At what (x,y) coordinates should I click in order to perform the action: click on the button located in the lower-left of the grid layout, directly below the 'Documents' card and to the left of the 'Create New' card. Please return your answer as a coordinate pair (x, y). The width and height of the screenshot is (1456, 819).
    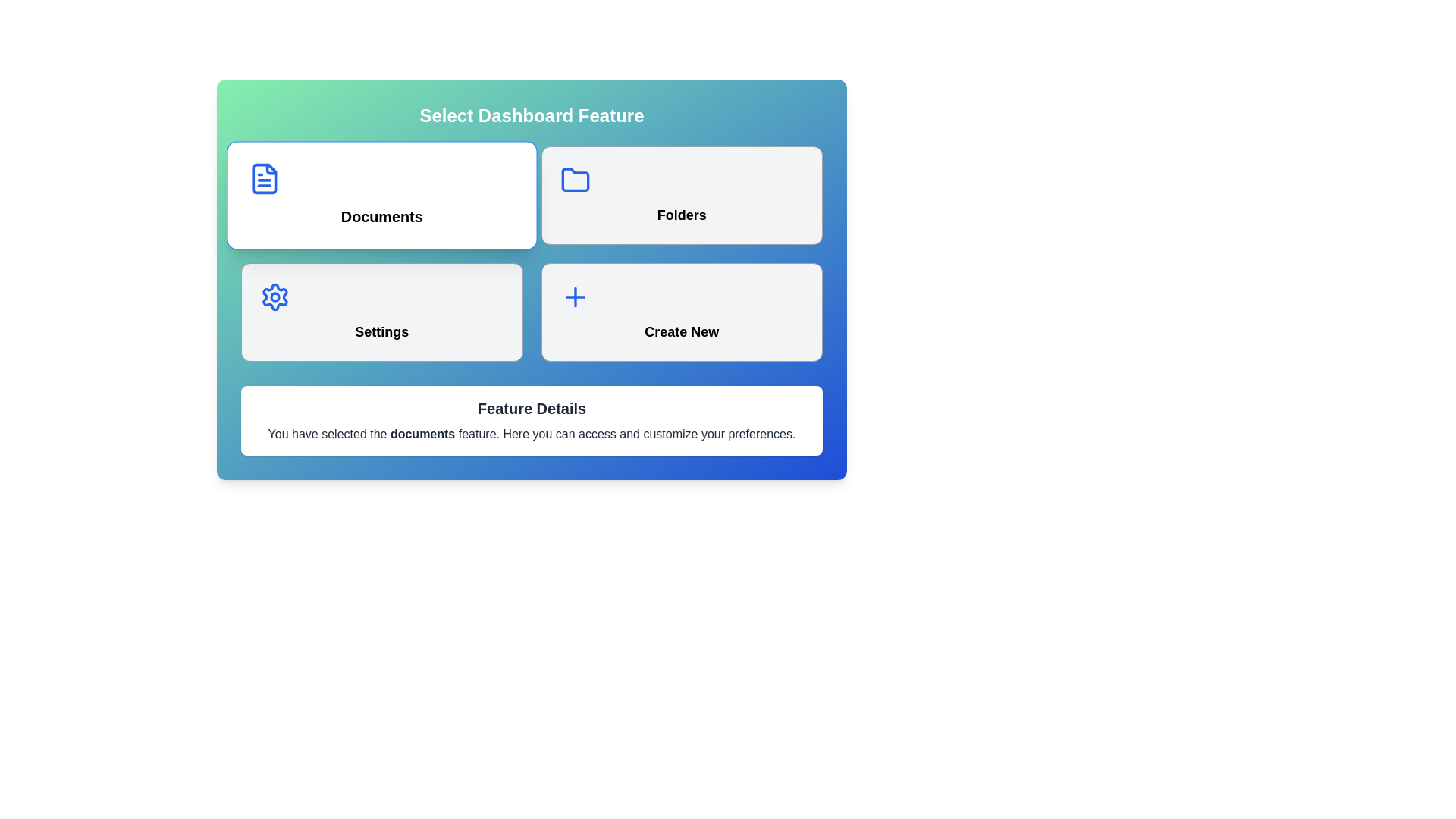
    Looking at the image, I should click on (381, 312).